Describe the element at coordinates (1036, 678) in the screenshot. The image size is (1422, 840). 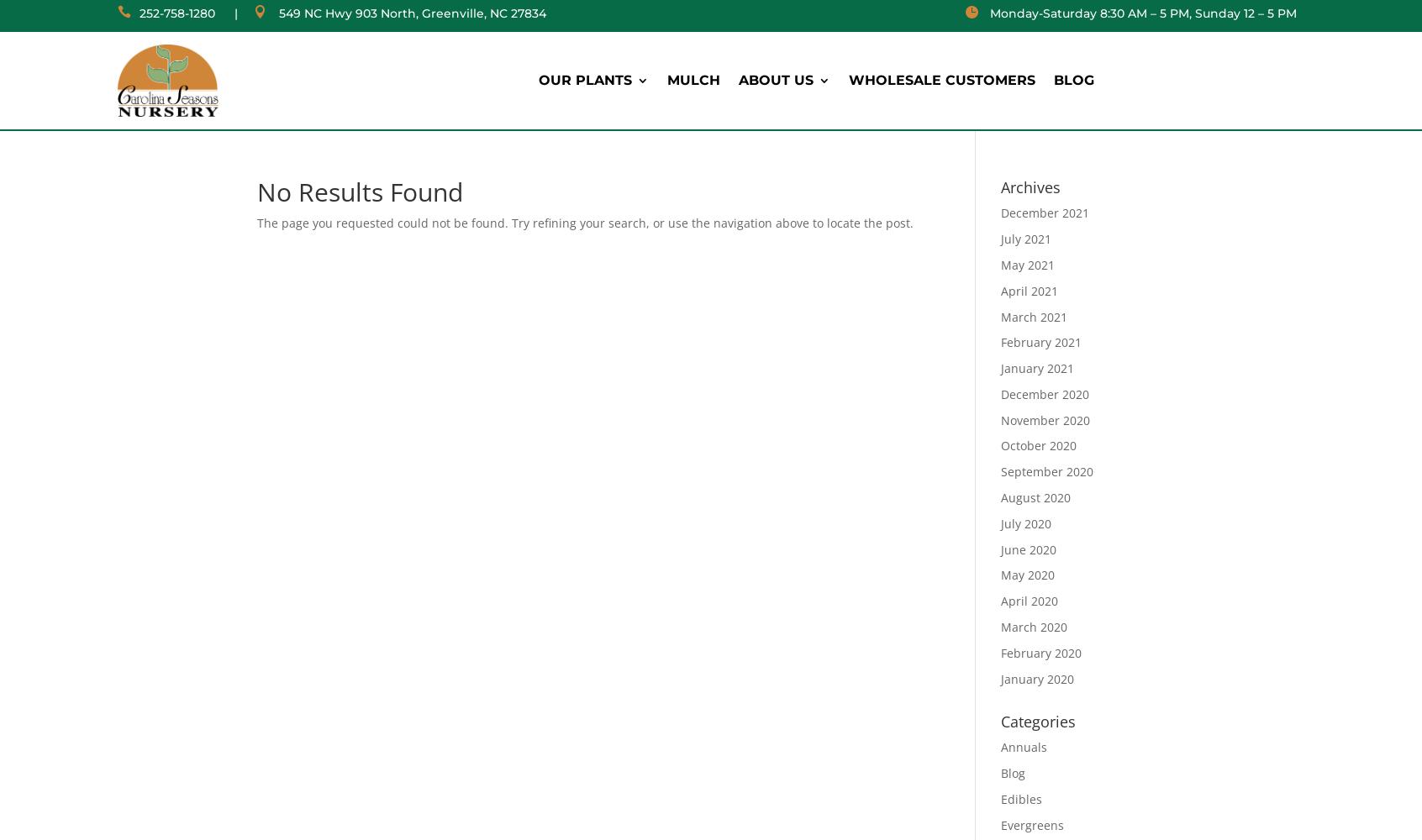
I see `'January 2020'` at that location.